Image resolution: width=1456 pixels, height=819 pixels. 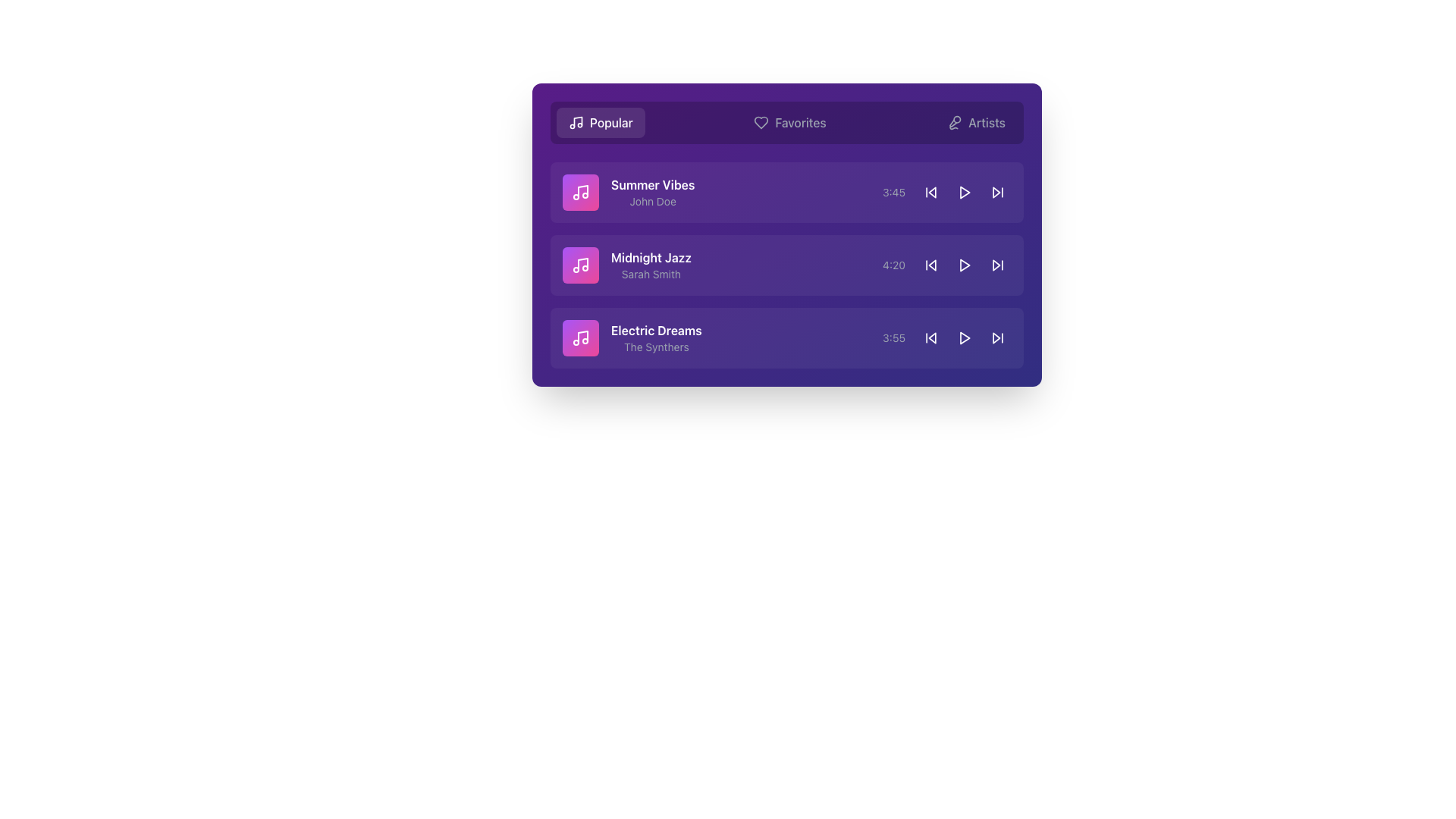 I want to click on the text label displaying the artist's name for the song 'Summer Vibes' located at the bottom of the first card in the song playlist, so click(x=653, y=201).